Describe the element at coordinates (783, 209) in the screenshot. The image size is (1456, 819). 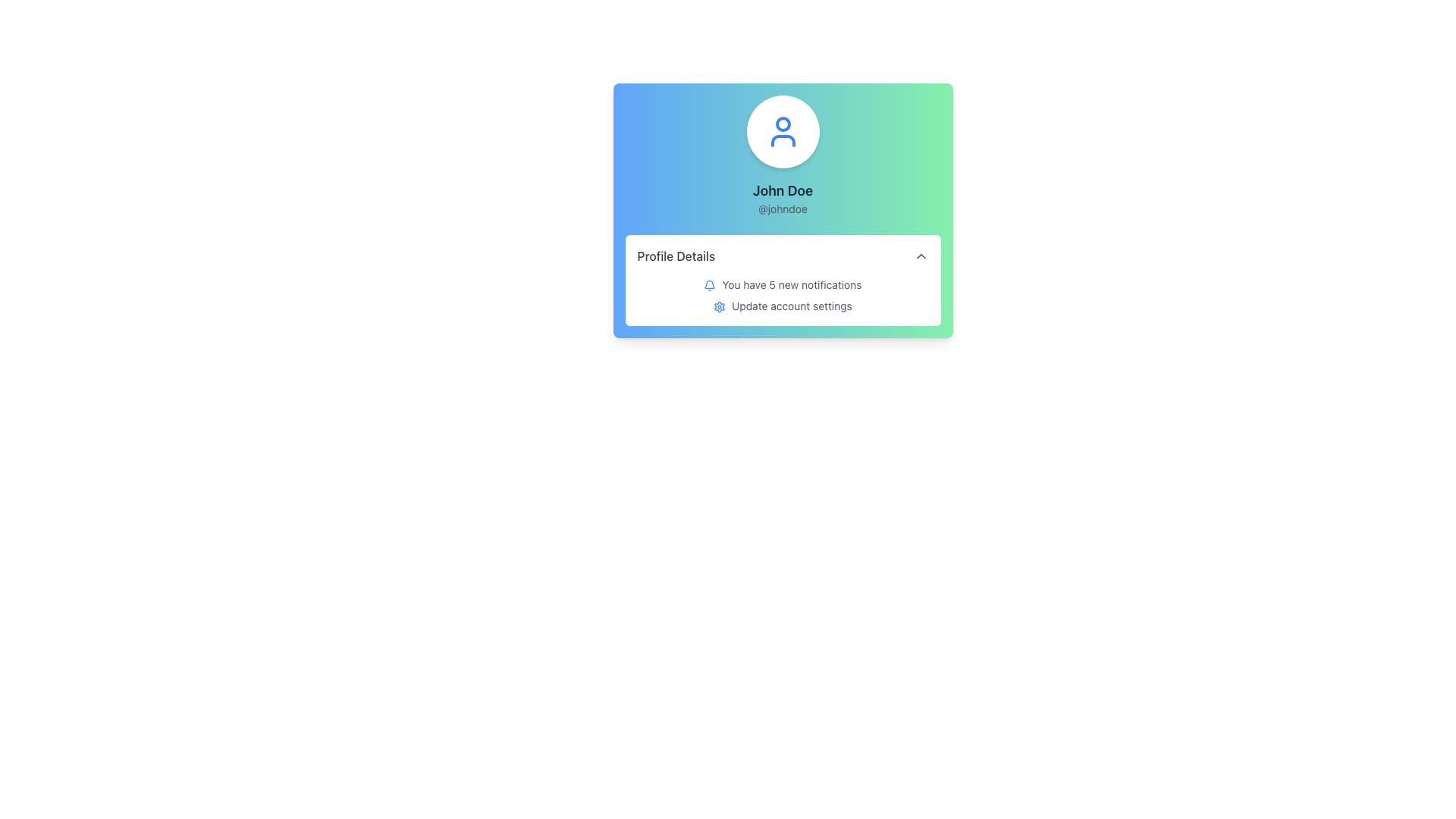
I see `username displayed in the text label located below the 'John Doe' text within the user profile card` at that location.